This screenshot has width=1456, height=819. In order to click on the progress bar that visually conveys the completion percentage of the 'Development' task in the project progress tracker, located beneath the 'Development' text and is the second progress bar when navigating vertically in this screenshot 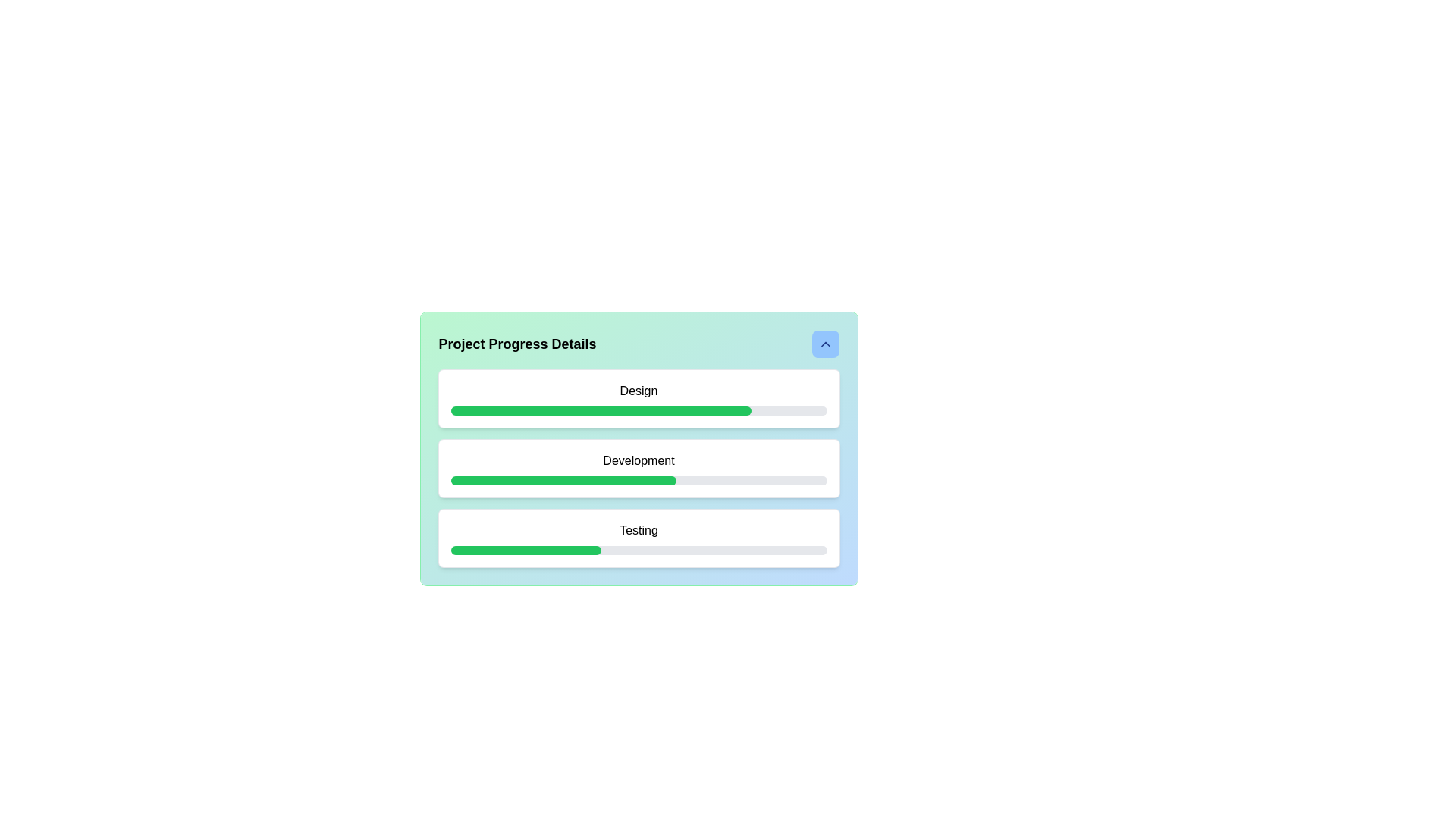, I will do `click(639, 480)`.